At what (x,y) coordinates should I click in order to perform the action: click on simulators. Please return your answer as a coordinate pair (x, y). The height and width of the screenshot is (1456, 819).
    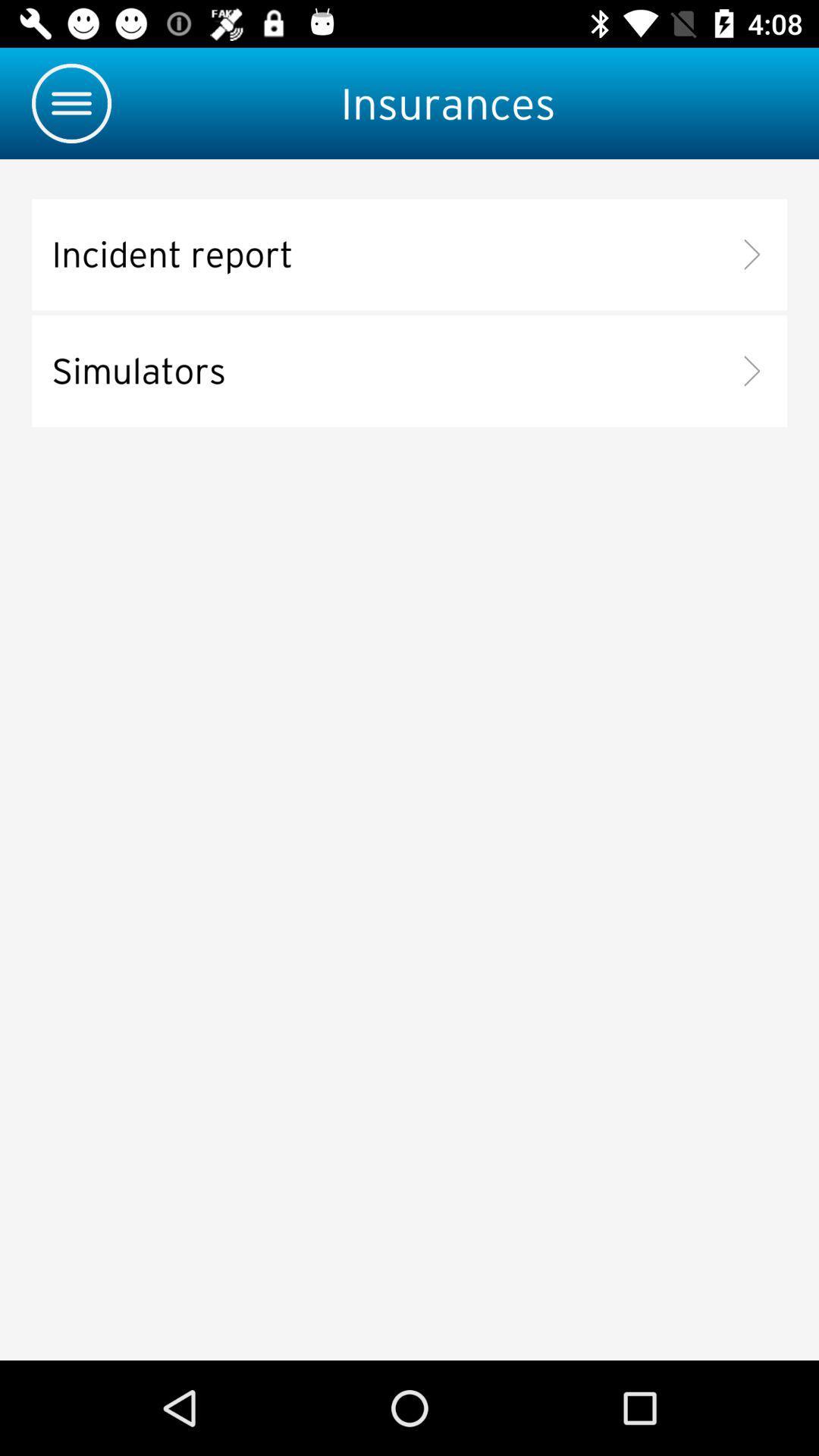
    Looking at the image, I should click on (409, 371).